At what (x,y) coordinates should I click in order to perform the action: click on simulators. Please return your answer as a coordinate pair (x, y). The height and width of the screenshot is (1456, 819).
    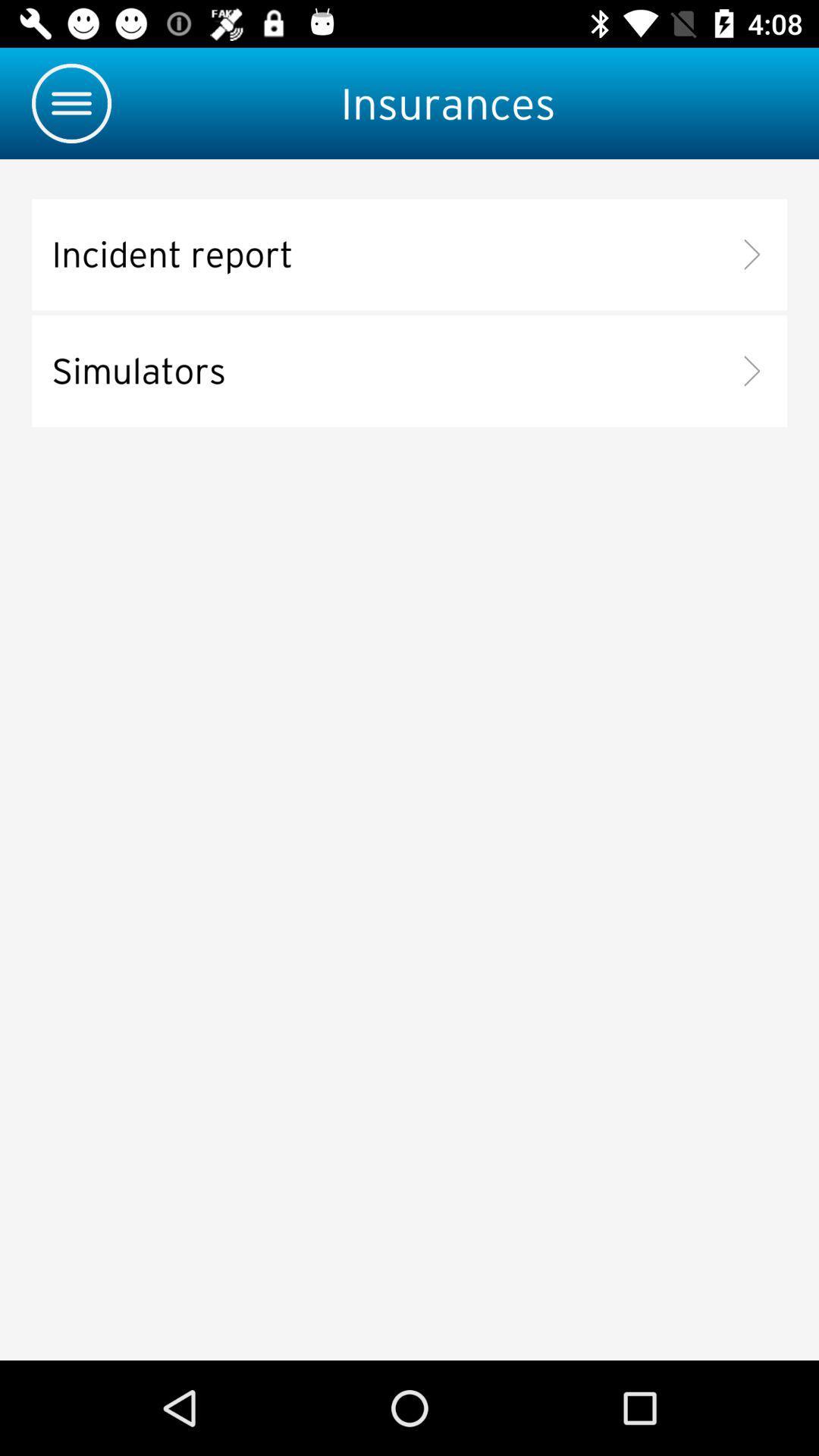
    Looking at the image, I should click on (409, 371).